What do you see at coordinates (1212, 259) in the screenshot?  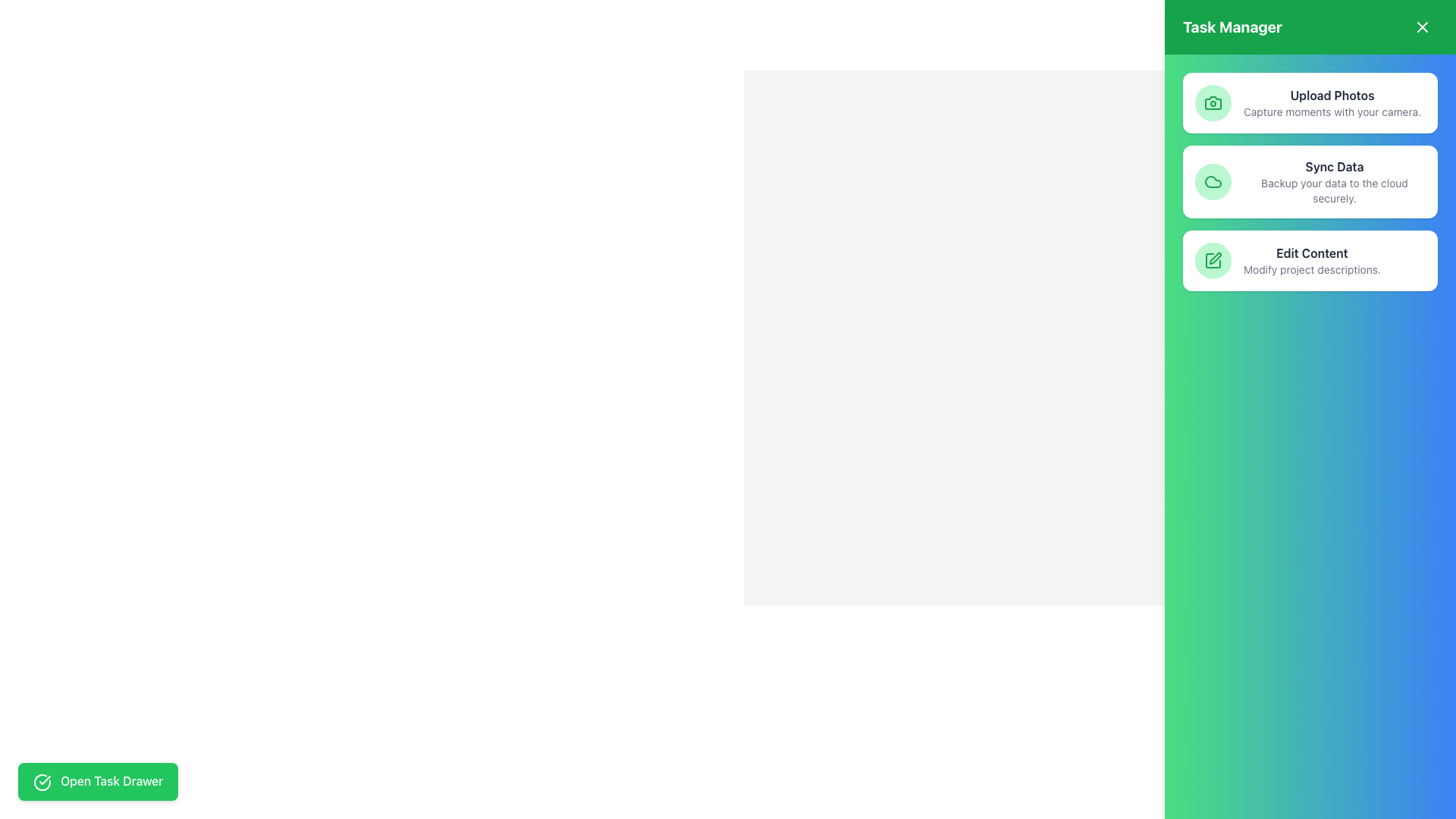 I see `the pen icon that is third in the list of action items within the Task Manager interface to initiate the edit action` at bounding box center [1212, 259].